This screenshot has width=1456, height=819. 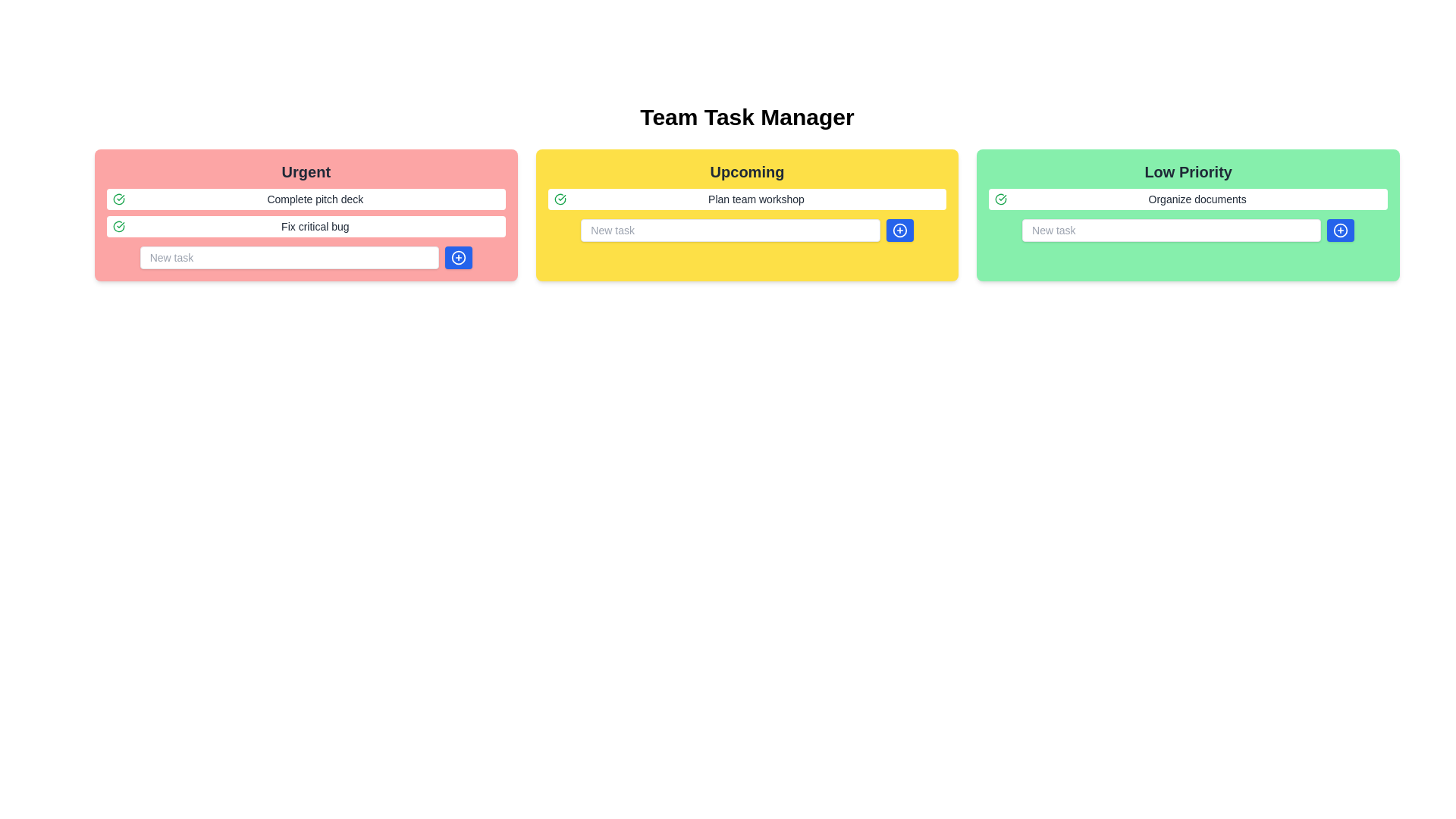 I want to click on the blue rounded button with a plus icon located in the bottom-right corner of the 'Low Priority' task card, so click(x=1341, y=231).